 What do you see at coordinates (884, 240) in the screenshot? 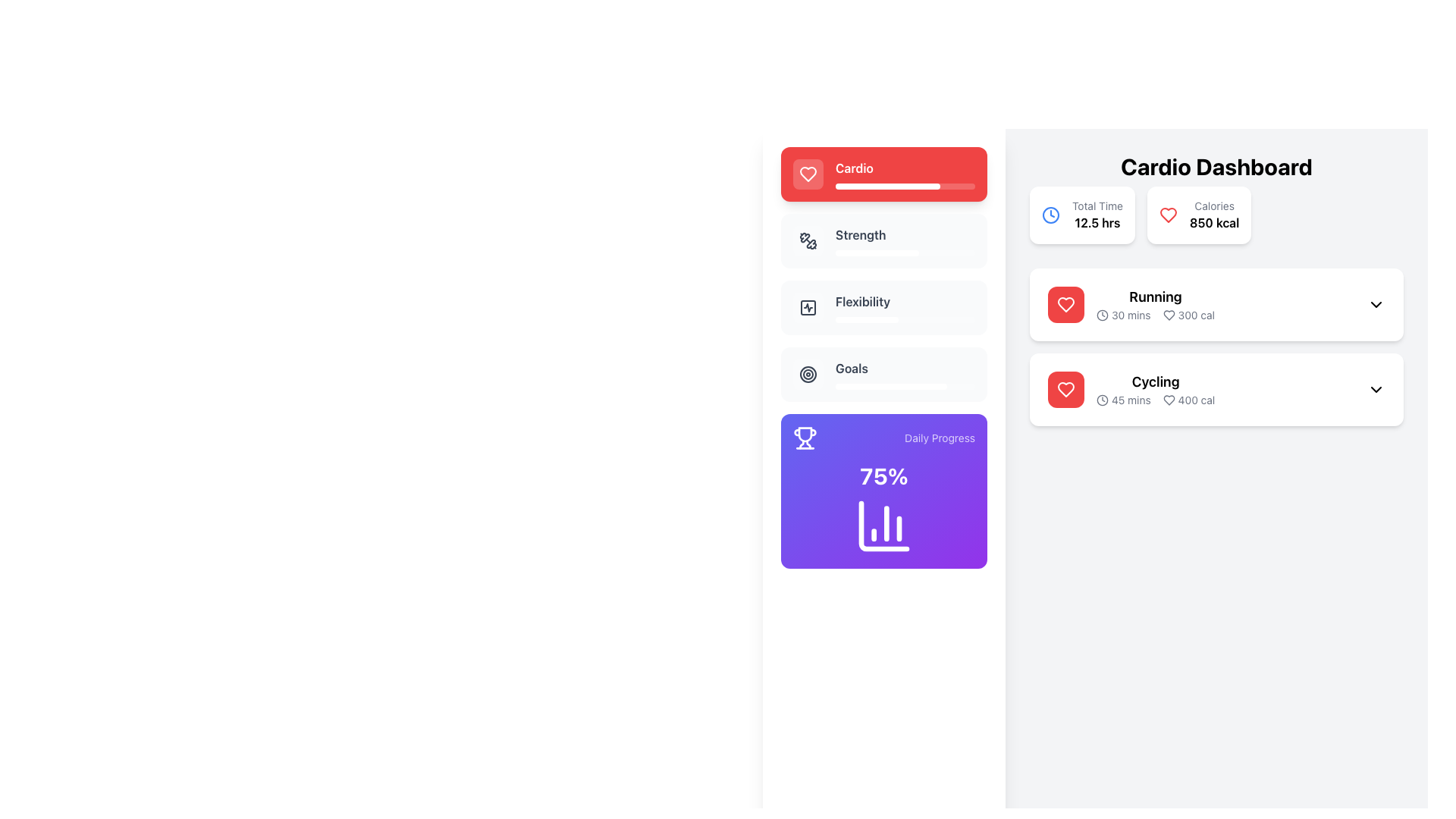
I see `the interactive button that navigates to the 'Strength' section, located between the 'Cardio' and 'Flexibility' buttons on the left-hand panel` at bounding box center [884, 240].